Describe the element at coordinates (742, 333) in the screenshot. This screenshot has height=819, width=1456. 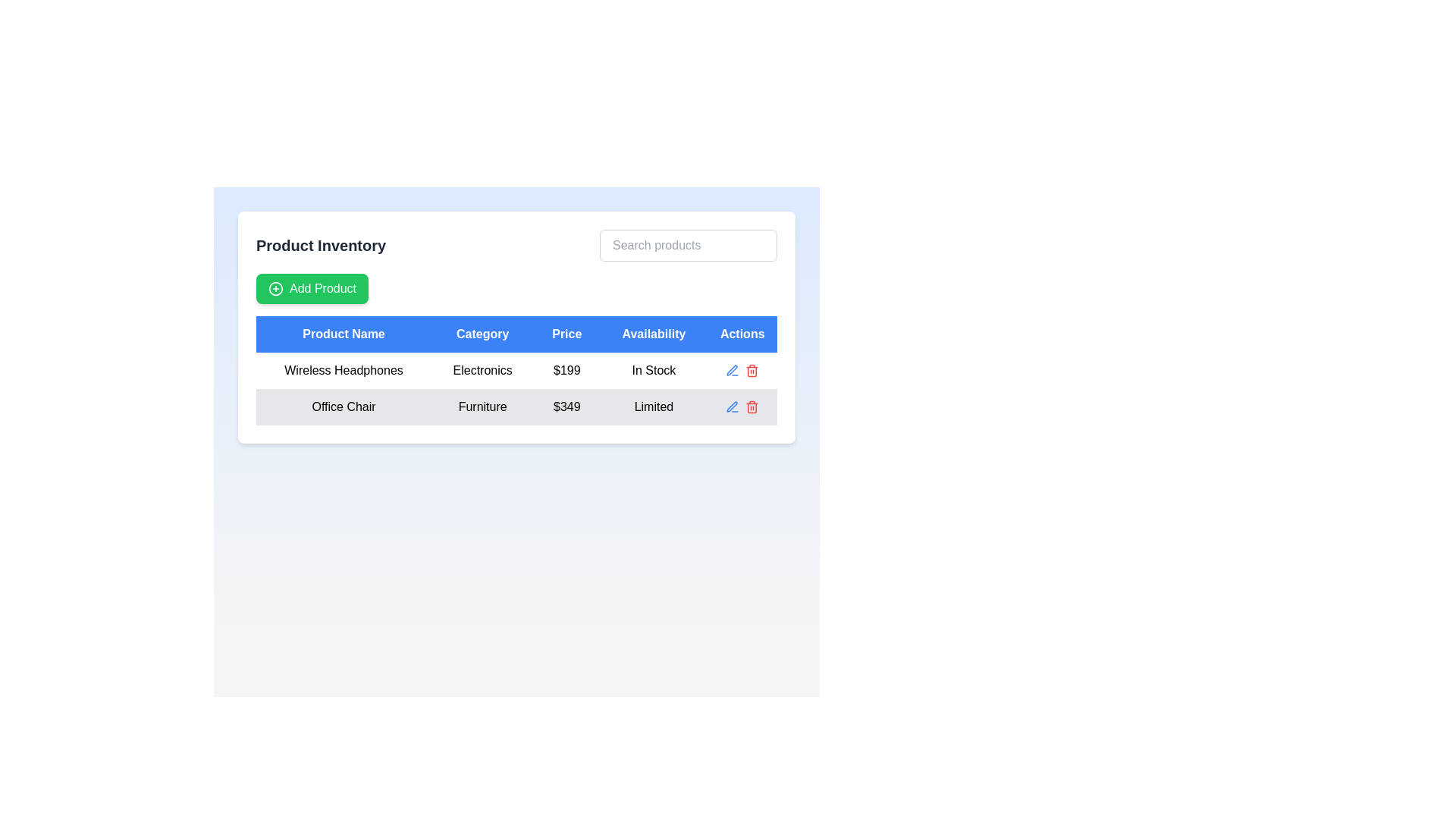
I see `the fifth column header labeled for actions available for each product item in the table` at that location.